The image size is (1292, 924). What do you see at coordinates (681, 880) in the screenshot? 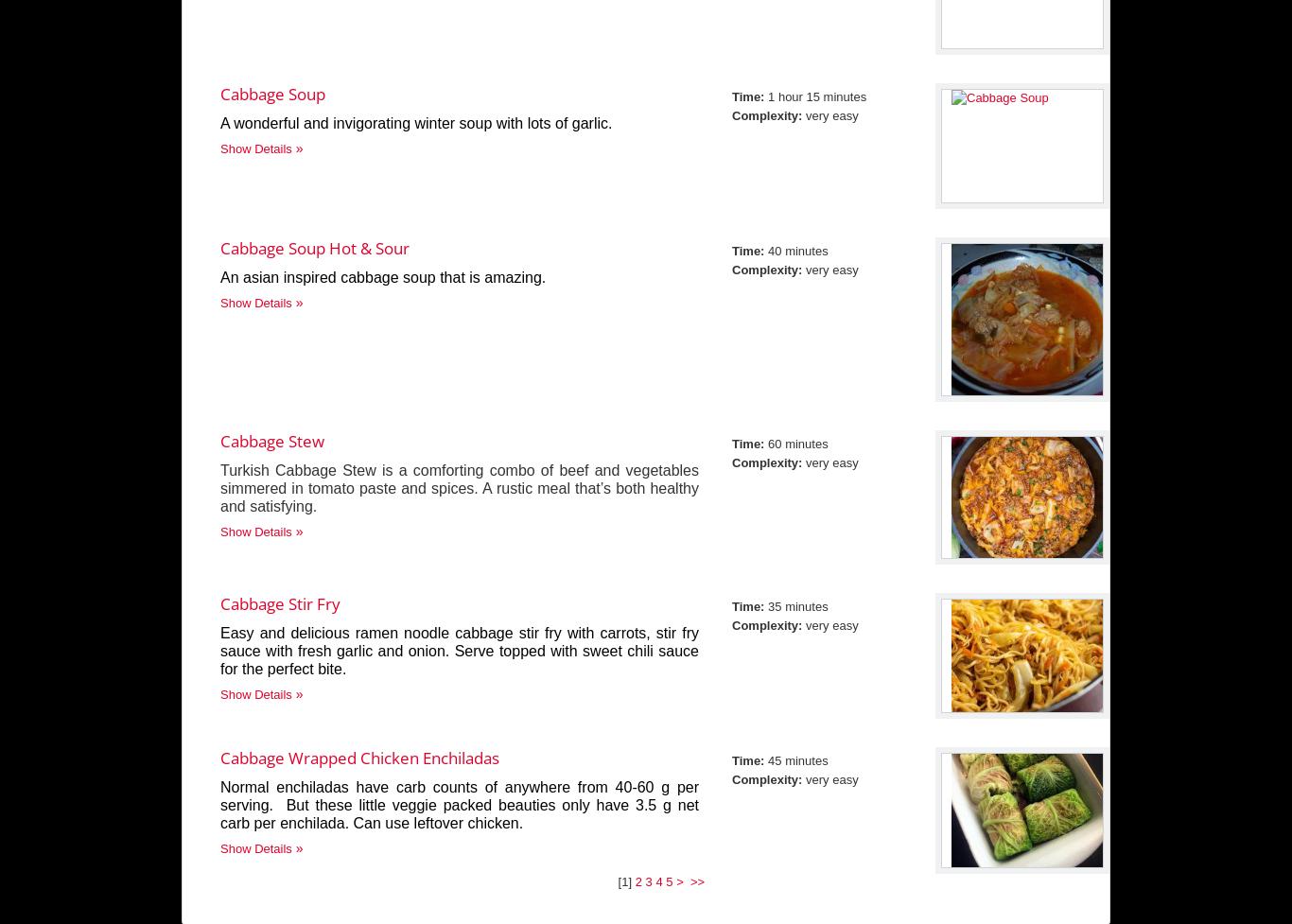
I see `'>'` at bounding box center [681, 880].